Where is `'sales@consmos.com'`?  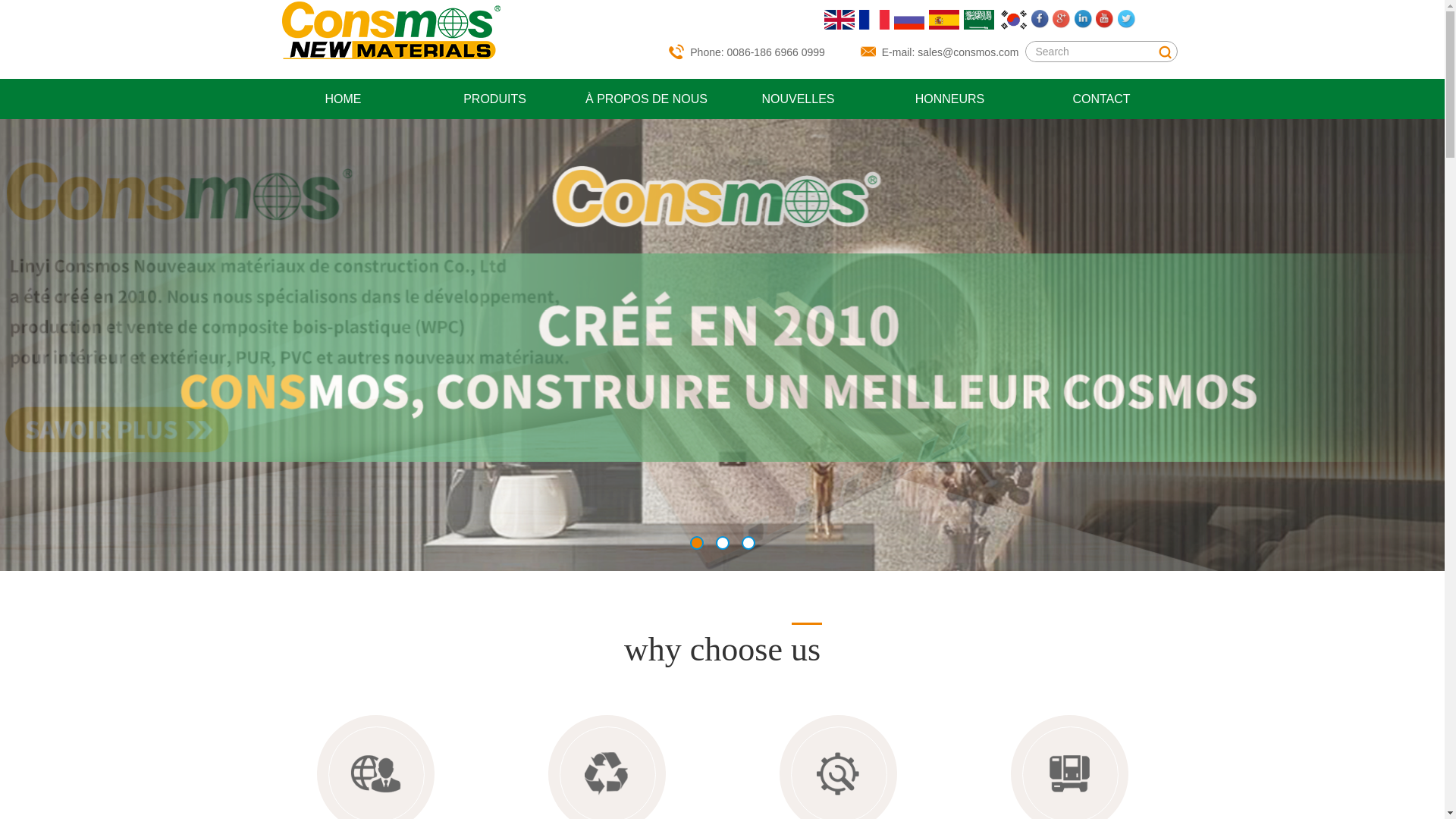
'sales@consmos.com' is located at coordinates (967, 52).